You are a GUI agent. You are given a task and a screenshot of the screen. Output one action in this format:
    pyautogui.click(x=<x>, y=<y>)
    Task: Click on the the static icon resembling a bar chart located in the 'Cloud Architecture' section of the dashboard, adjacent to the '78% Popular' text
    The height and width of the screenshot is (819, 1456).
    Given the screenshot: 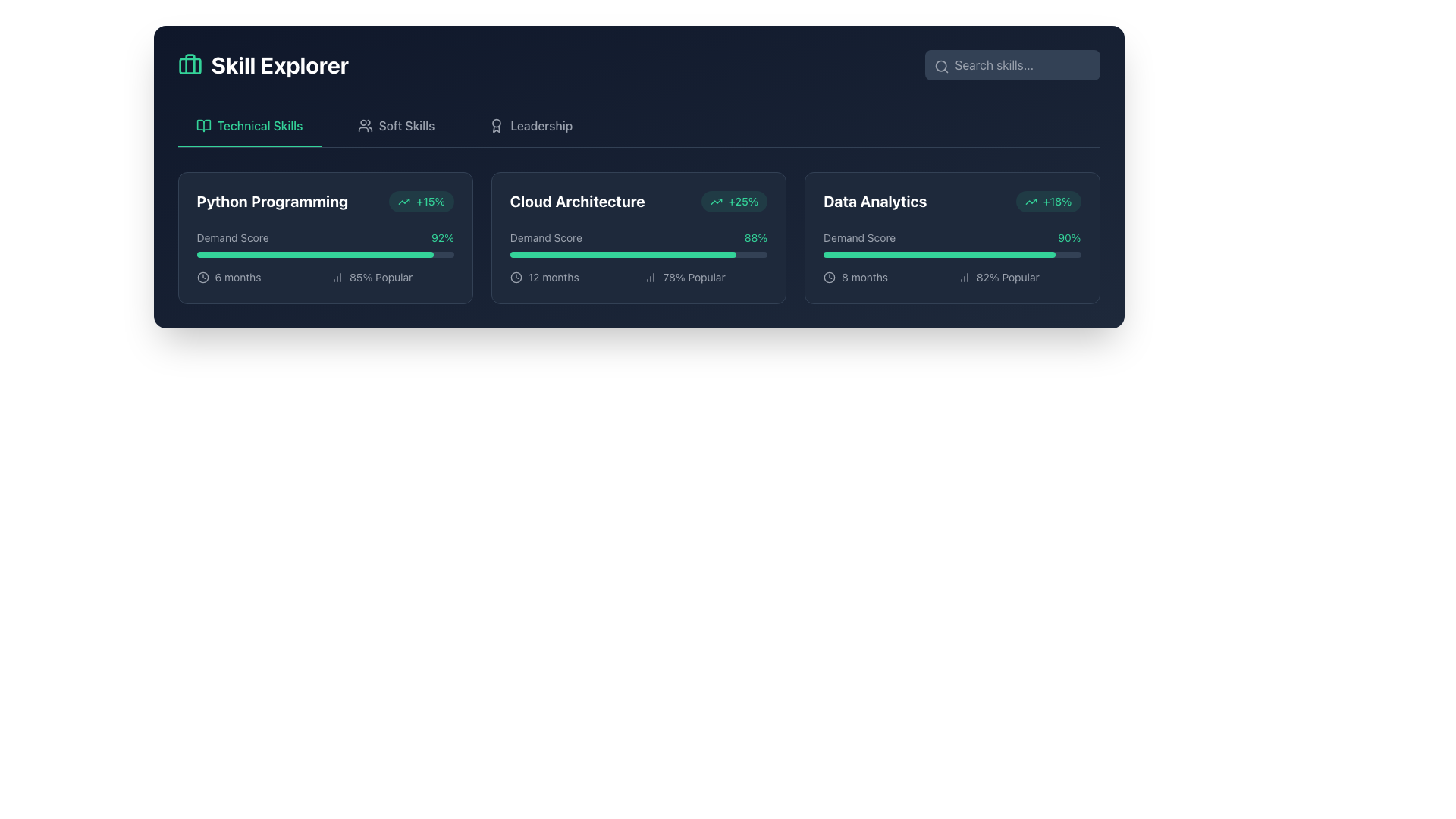 What is the action you would take?
    pyautogui.click(x=651, y=278)
    